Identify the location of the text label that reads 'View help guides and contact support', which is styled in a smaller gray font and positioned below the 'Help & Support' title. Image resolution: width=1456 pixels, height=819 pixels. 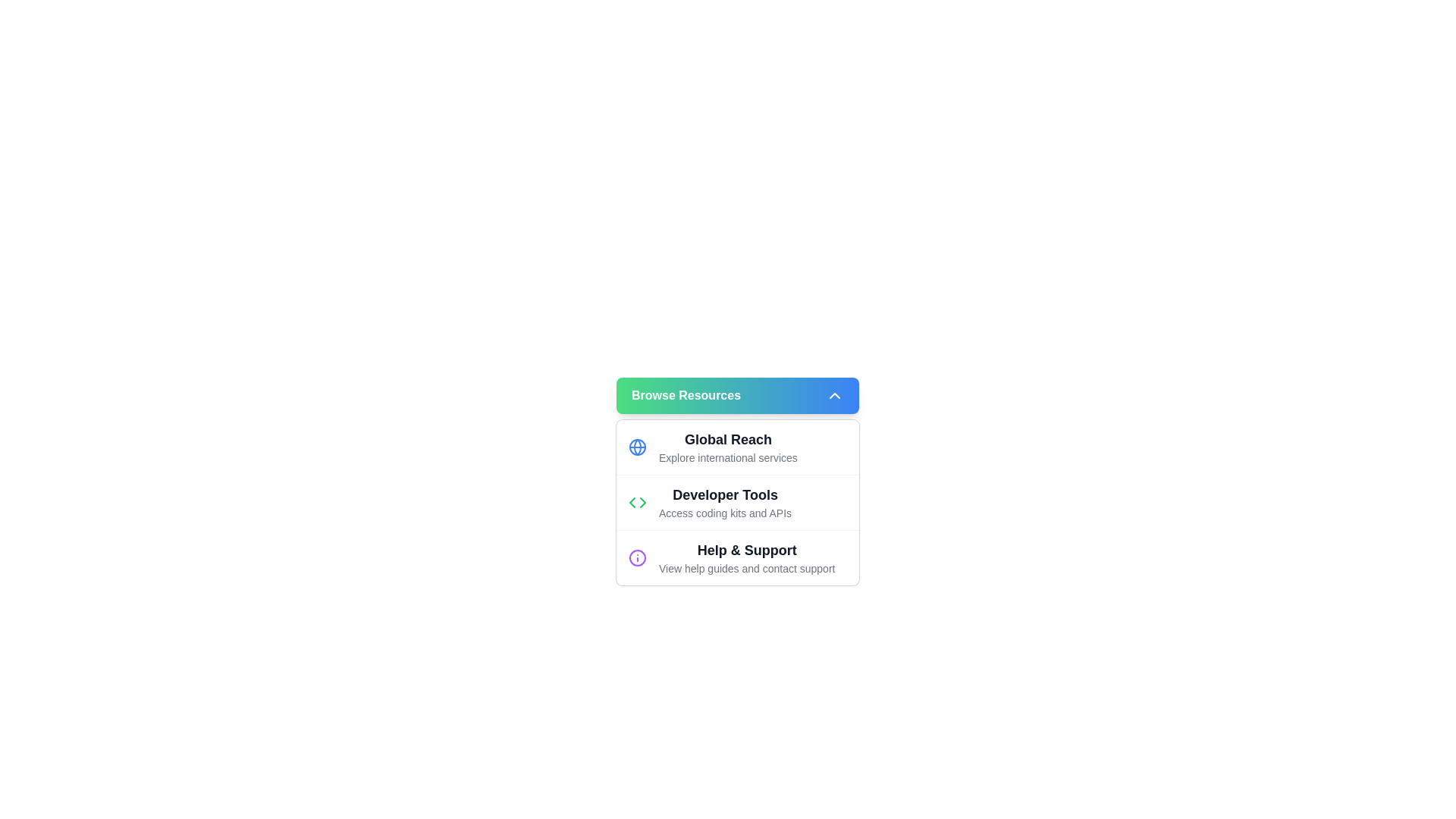
(747, 568).